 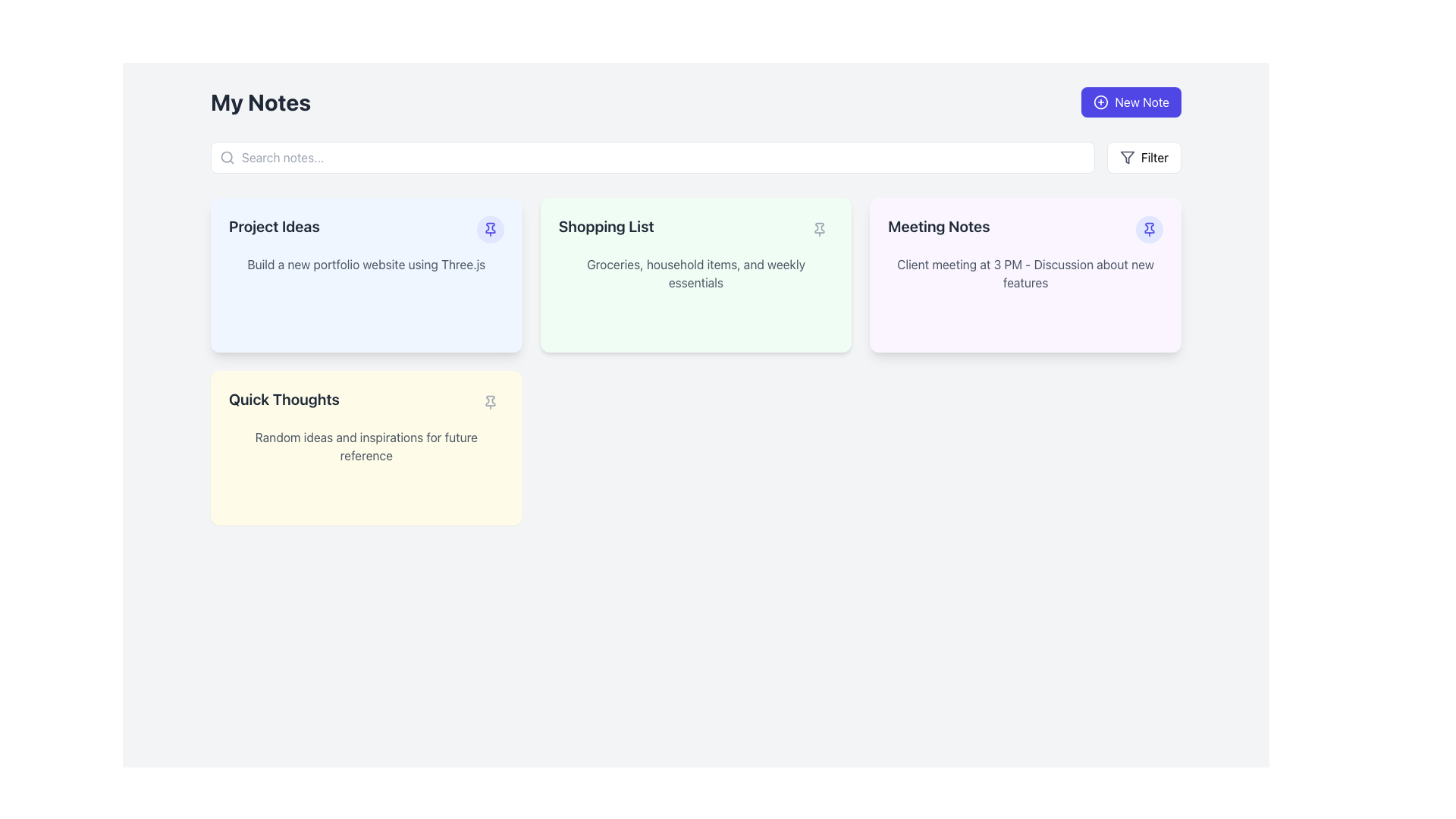 What do you see at coordinates (790, 321) in the screenshot?
I see `the small circular button located in the bottom-right corner of the 'Shopping List' card to observe its style changes` at bounding box center [790, 321].